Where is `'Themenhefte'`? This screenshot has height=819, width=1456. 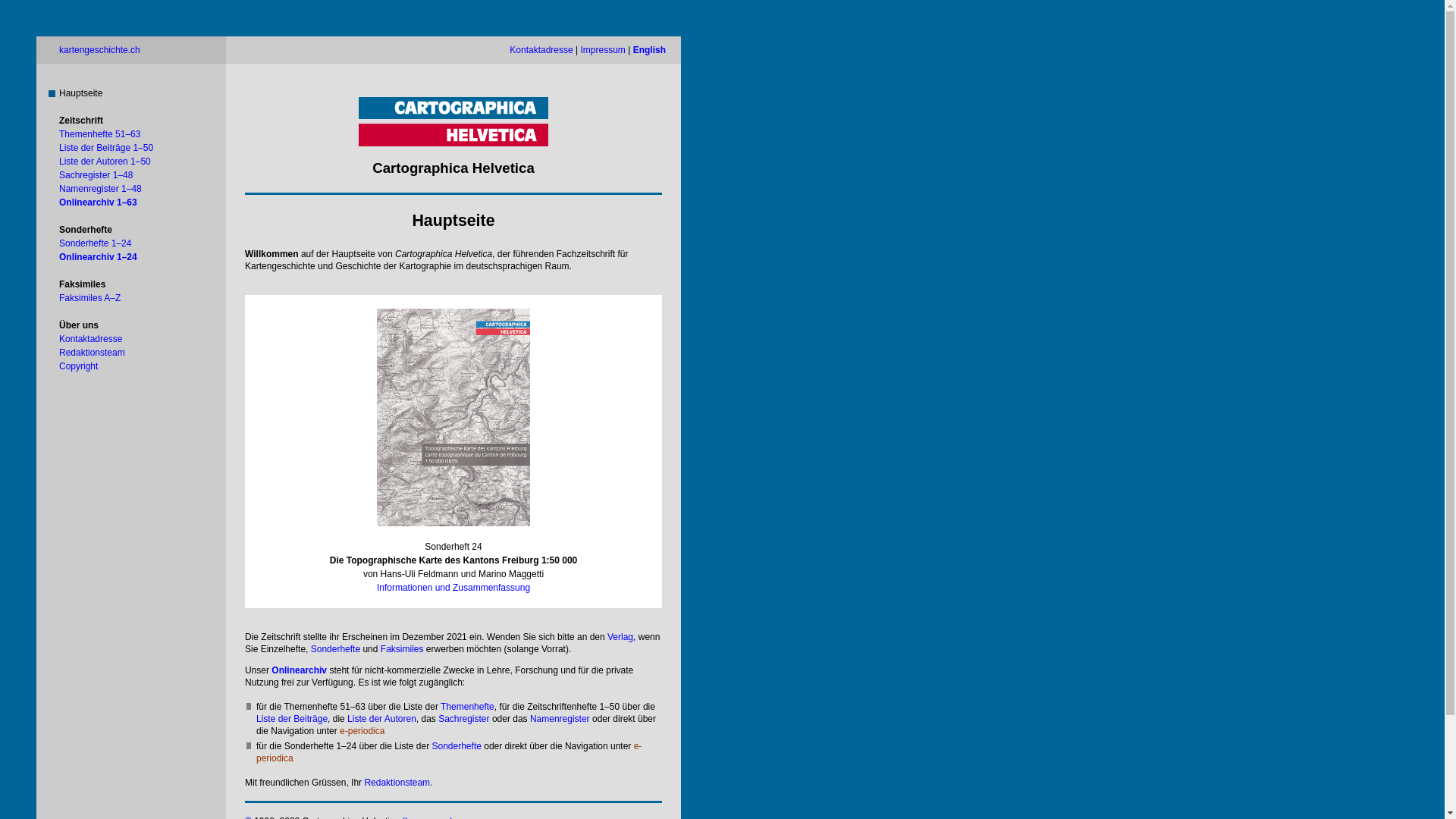 'Themenhefte' is located at coordinates (466, 707).